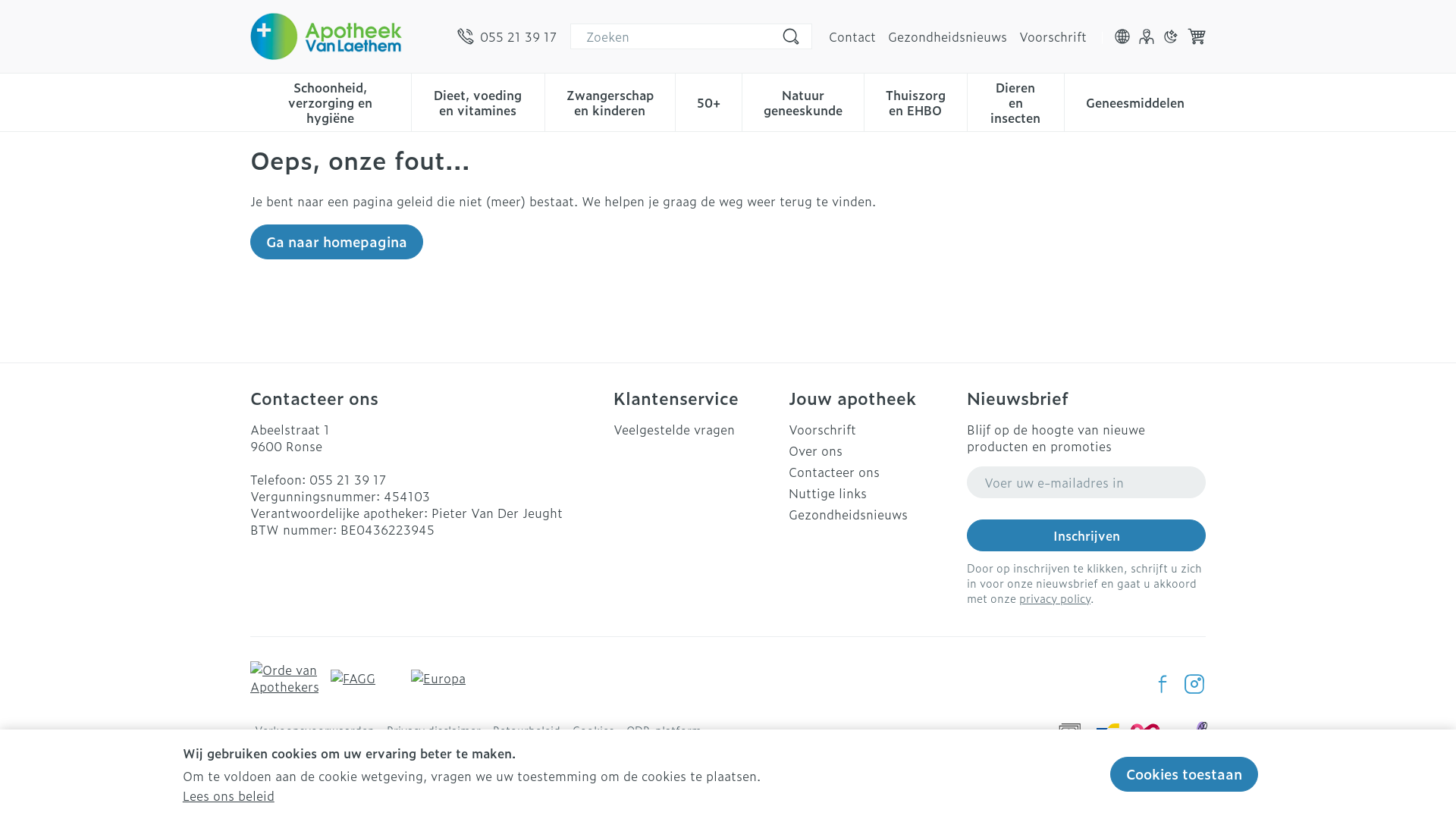 The image size is (1456, 819). Describe the element at coordinates (694, 429) in the screenshot. I see `'Veelgestelde vragen'` at that location.